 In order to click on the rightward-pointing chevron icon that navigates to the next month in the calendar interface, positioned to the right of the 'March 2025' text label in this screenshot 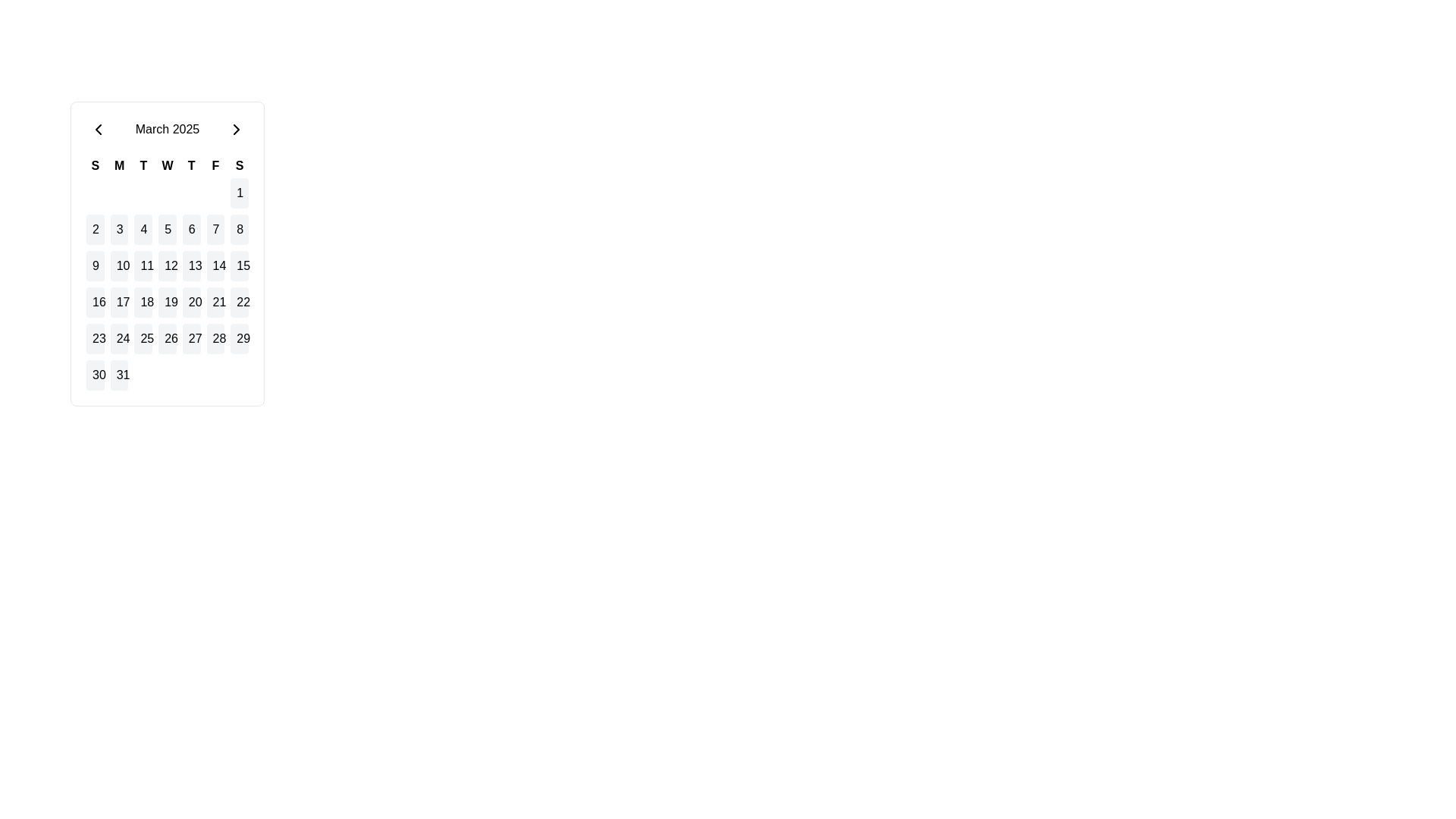, I will do `click(236, 128)`.